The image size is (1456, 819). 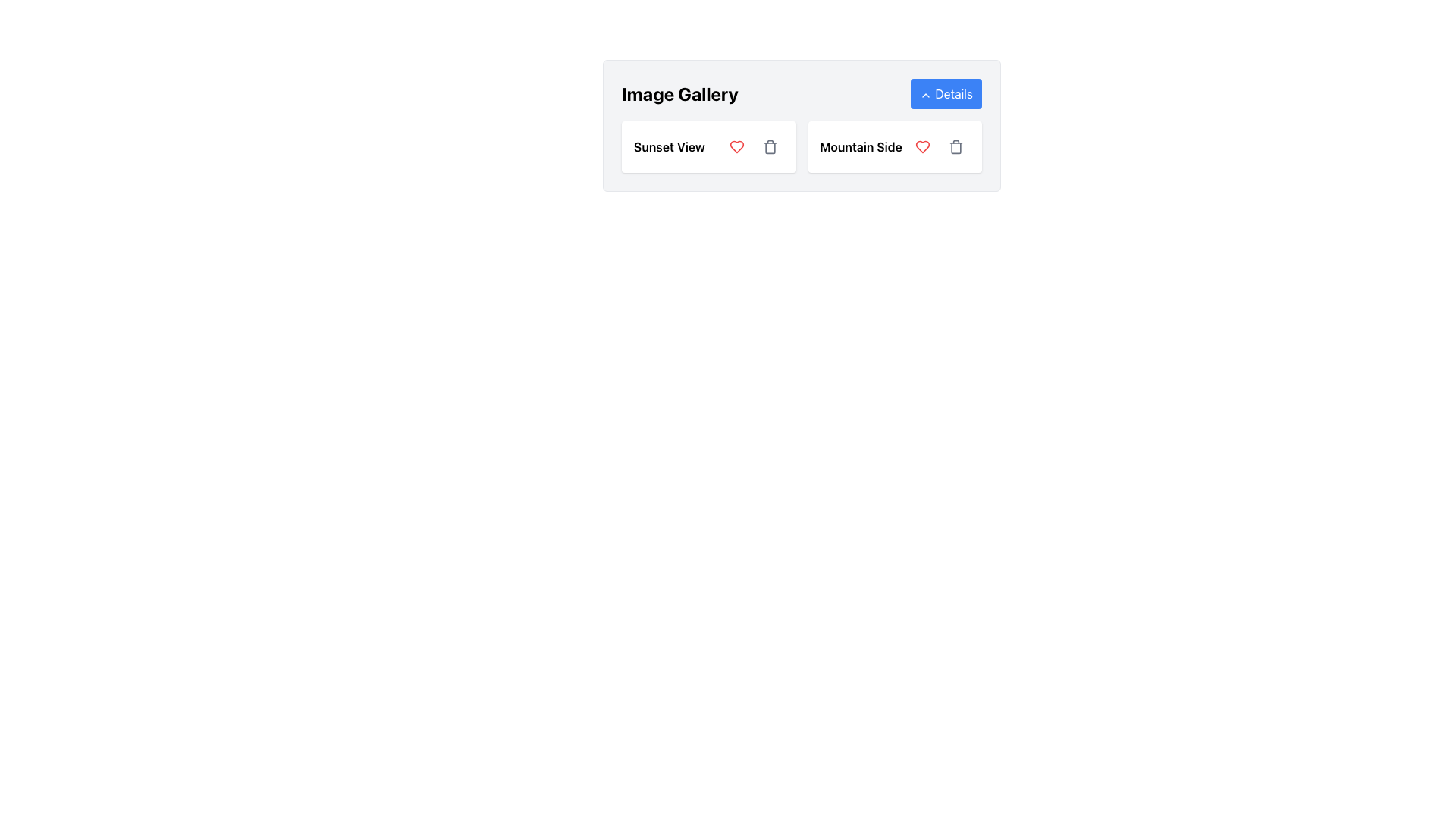 What do you see at coordinates (669, 146) in the screenshot?
I see `the text label displaying 'Sunset View', which is styled in bold and located under the 'Image Gallery' label` at bounding box center [669, 146].